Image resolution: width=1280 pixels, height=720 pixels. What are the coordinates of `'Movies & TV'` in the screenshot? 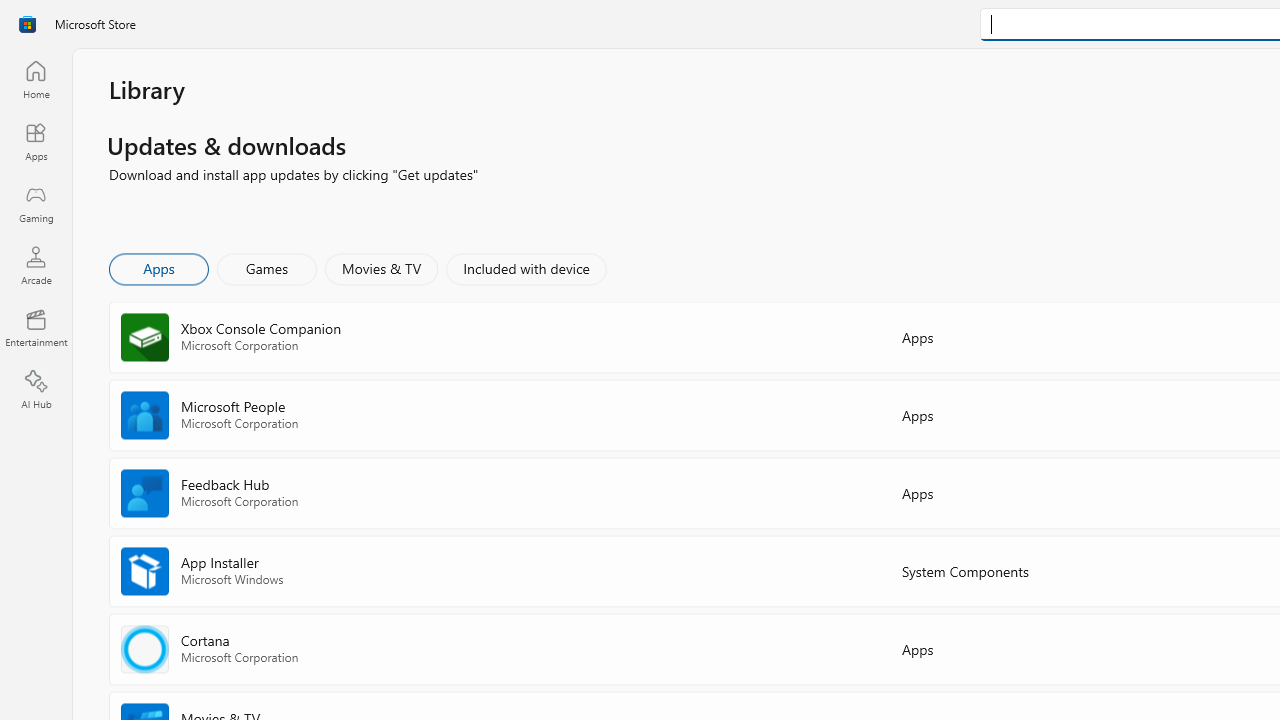 It's located at (381, 267).